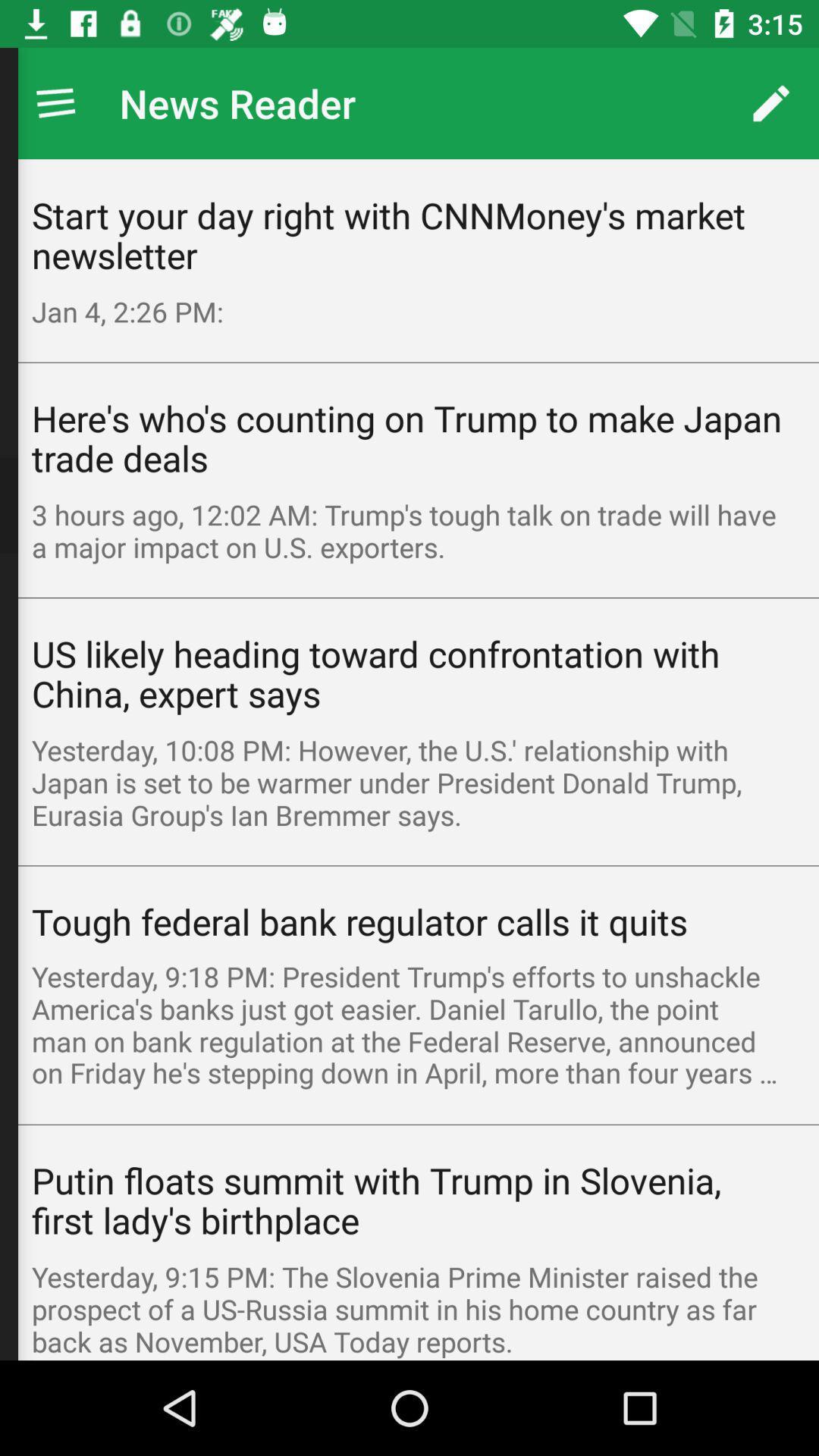 Image resolution: width=819 pixels, height=1456 pixels. What do you see at coordinates (771, 102) in the screenshot?
I see `the item at the top right corner` at bounding box center [771, 102].